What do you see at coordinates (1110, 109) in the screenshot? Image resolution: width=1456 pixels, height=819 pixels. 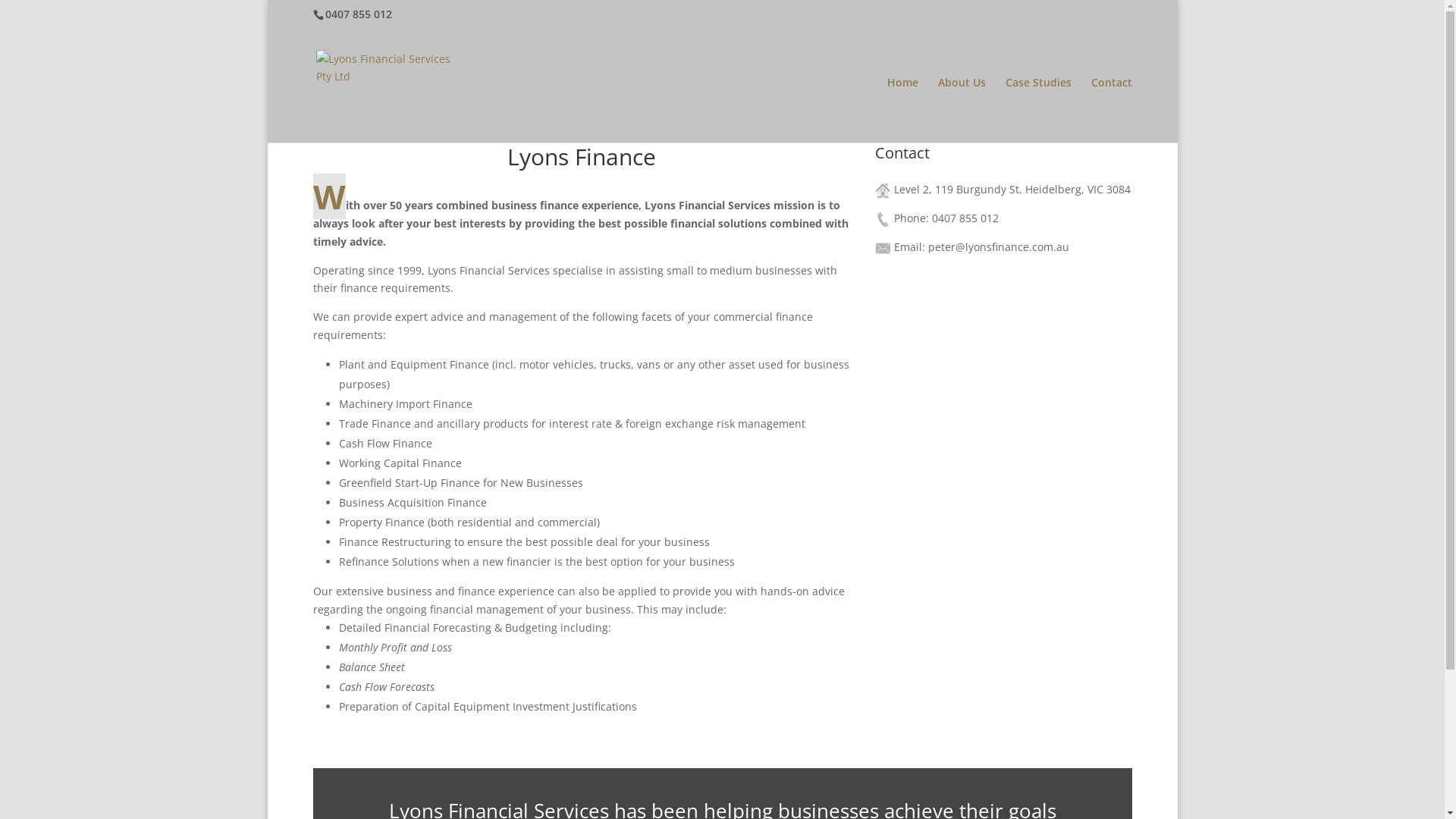 I see `'Contact'` at bounding box center [1110, 109].